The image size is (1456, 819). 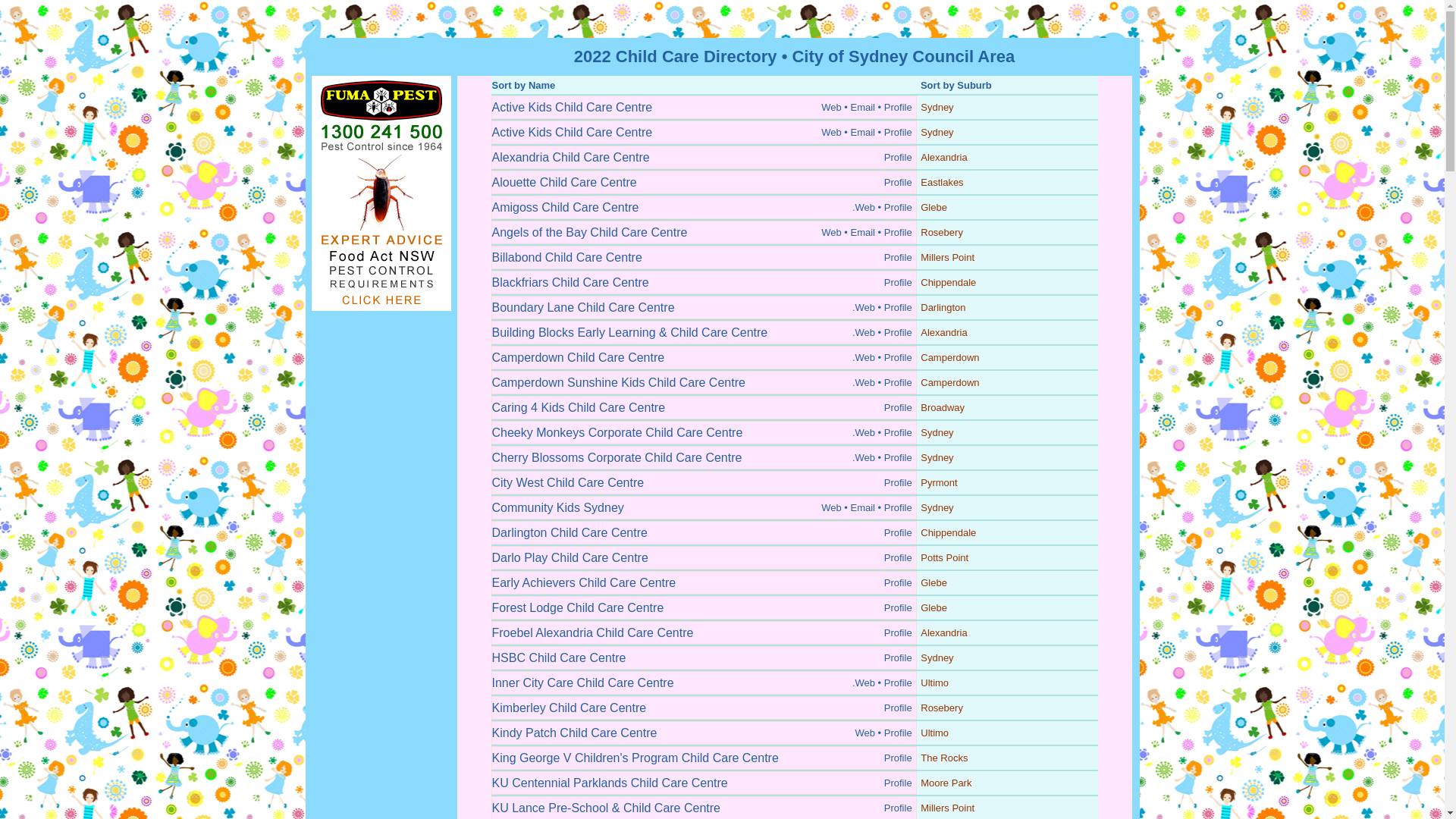 What do you see at coordinates (943, 557) in the screenshot?
I see `'Potts Point'` at bounding box center [943, 557].